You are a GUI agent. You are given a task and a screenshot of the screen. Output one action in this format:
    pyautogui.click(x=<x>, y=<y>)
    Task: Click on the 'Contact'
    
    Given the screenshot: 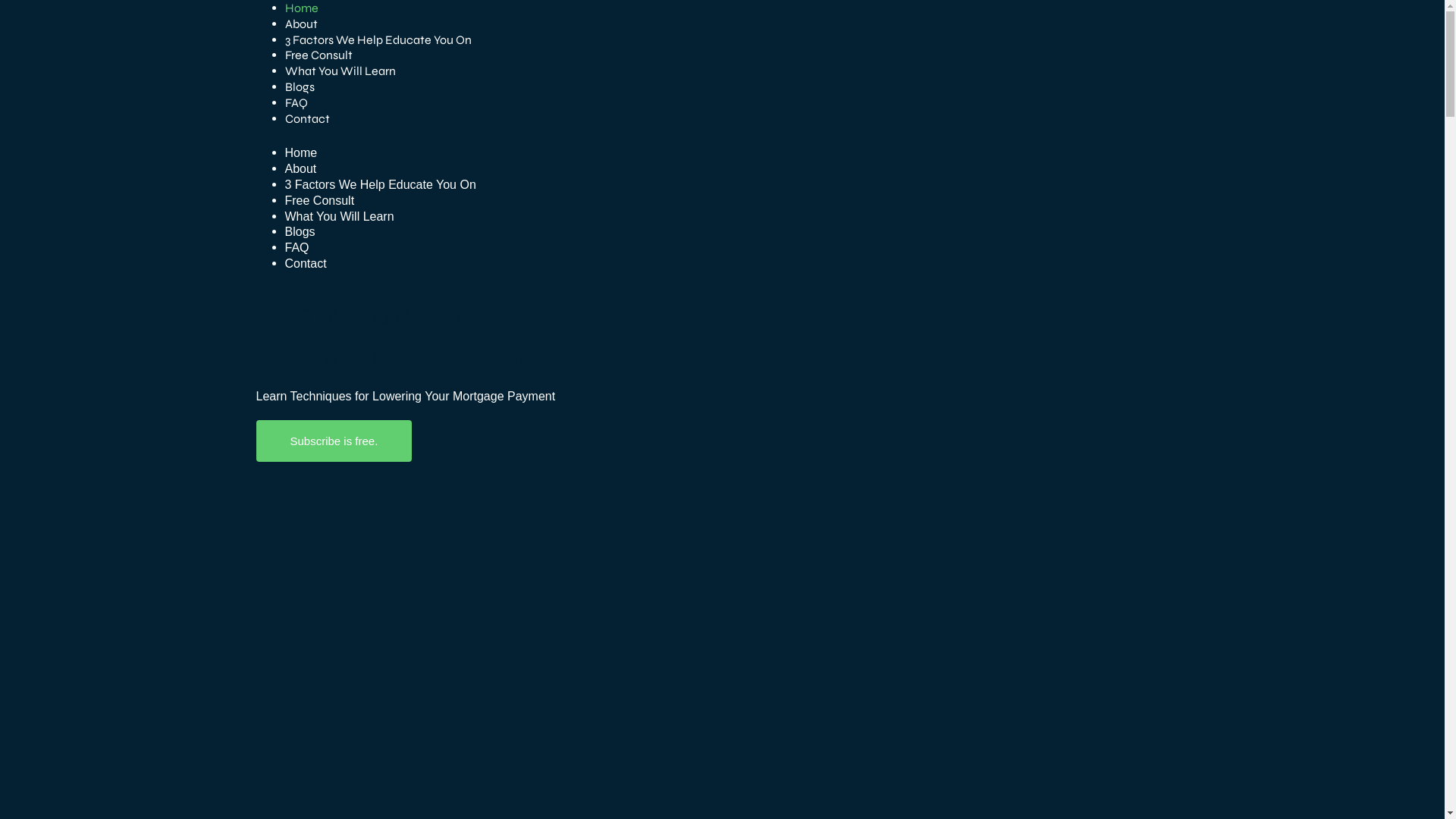 What is the action you would take?
    pyautogui.click(x=306, y=118)
    